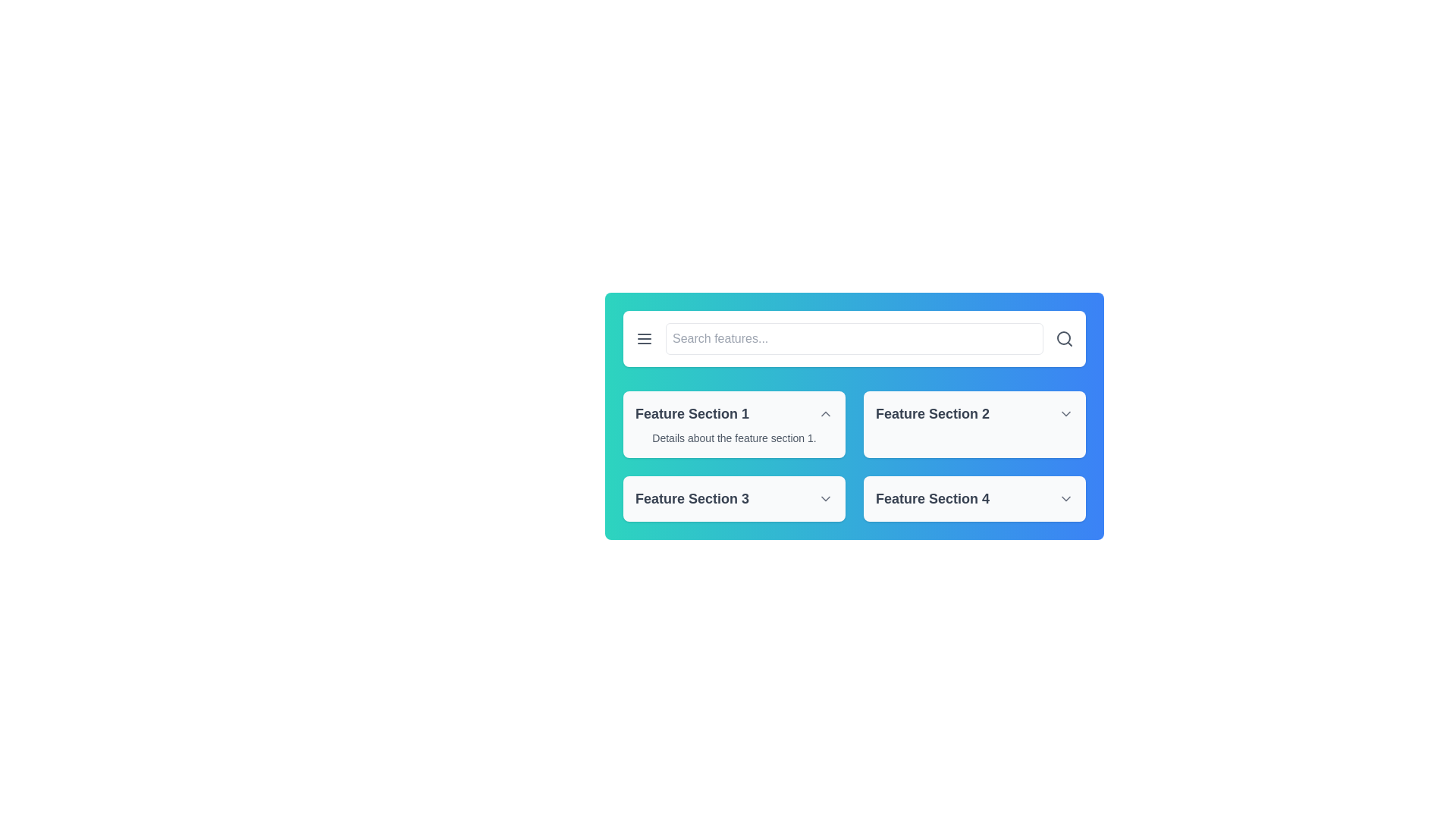  Describe the element at coordinates (734, 414) in the screenshot. I see `the chevron on the collapsible header` at that location.